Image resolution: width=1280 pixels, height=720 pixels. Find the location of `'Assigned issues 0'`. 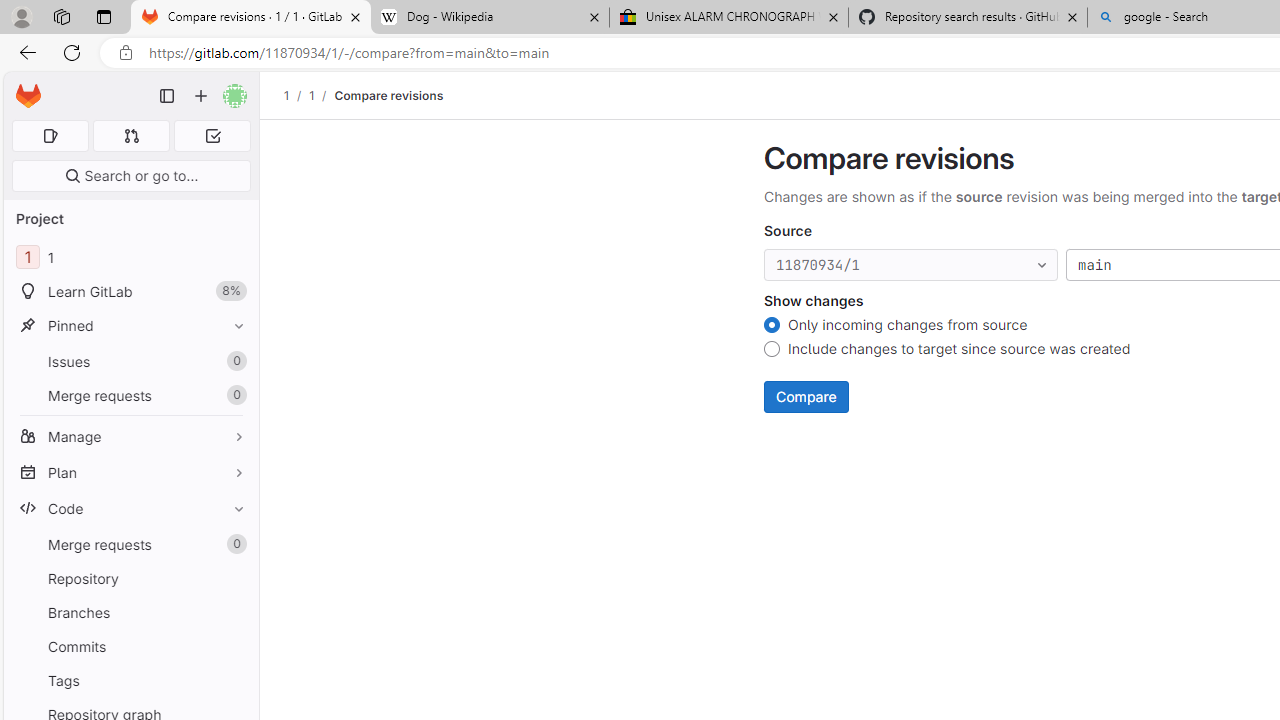

'Assigned issues 0' is located at coordinates (50, 135).